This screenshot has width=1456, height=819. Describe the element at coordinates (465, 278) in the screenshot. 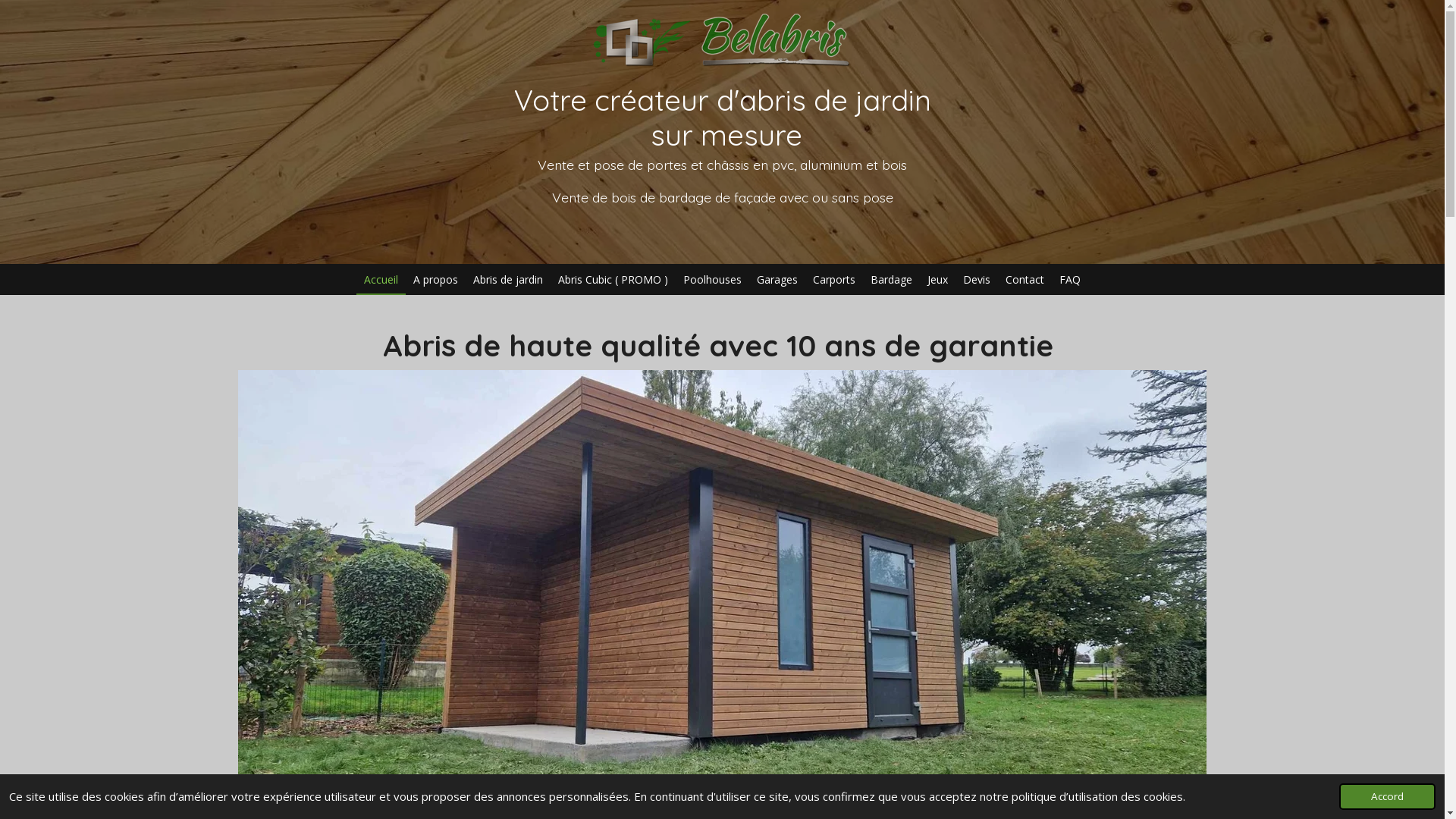

I see `'Abris de jardin'` at that location.